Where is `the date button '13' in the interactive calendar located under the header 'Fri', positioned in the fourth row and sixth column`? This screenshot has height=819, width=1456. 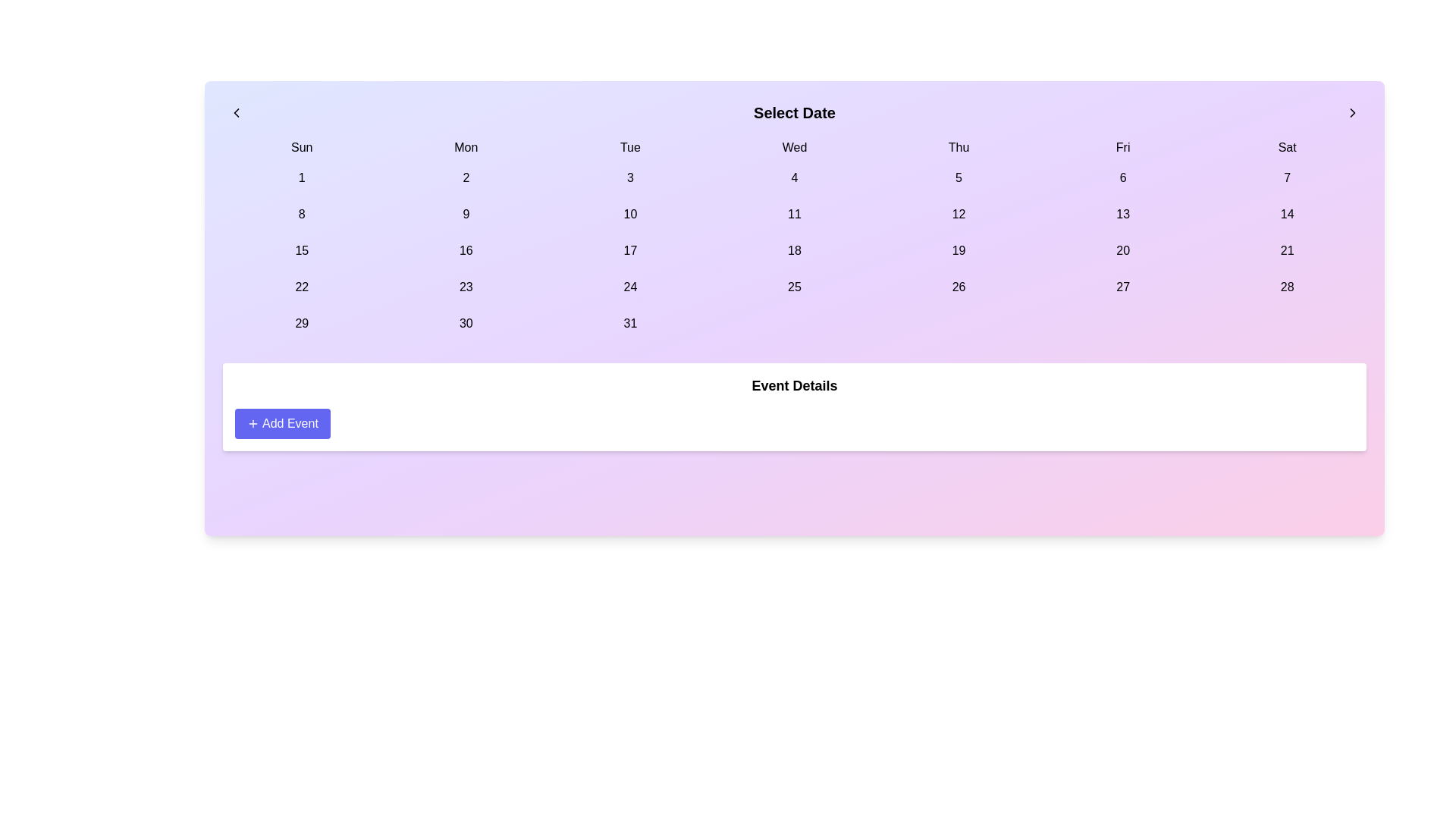 the date button '13' in the interactive calendar located under the header 'Fri', positioned in the fourth row and sixth column is located at coordinates (1123, 214).